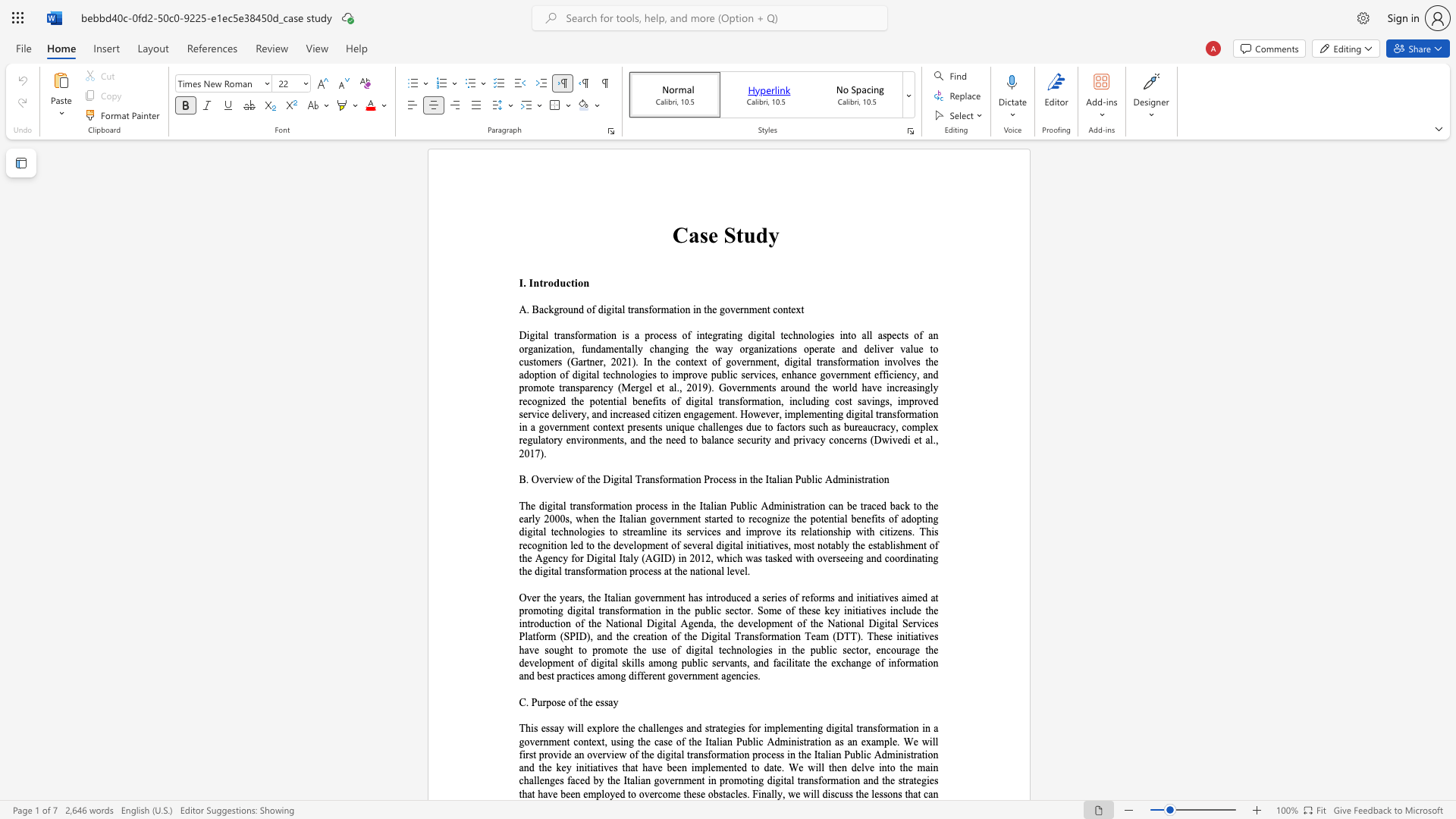  What do you see at coordinates (573, 741) in the screenshot?
I see `the subset text "context, using the case of the Italian Public Administration as an example. We will first provide an overview of the digital transformation process in the Italian Public Administration and the key initiatives t" within the text "This essay will explore the challenges and strategies for implementing digital transformation in a government context, using the case of the Italian Public Administration as an example. We will first provide an overview of the digital transformation process in the Italian Public Administration and the key initiatives that have been implemented to date. We will then delve into the main challenges faced by the Italian government in promoting digital transformation and the strategies that have been employed to"` at bounding box center [573, 741].